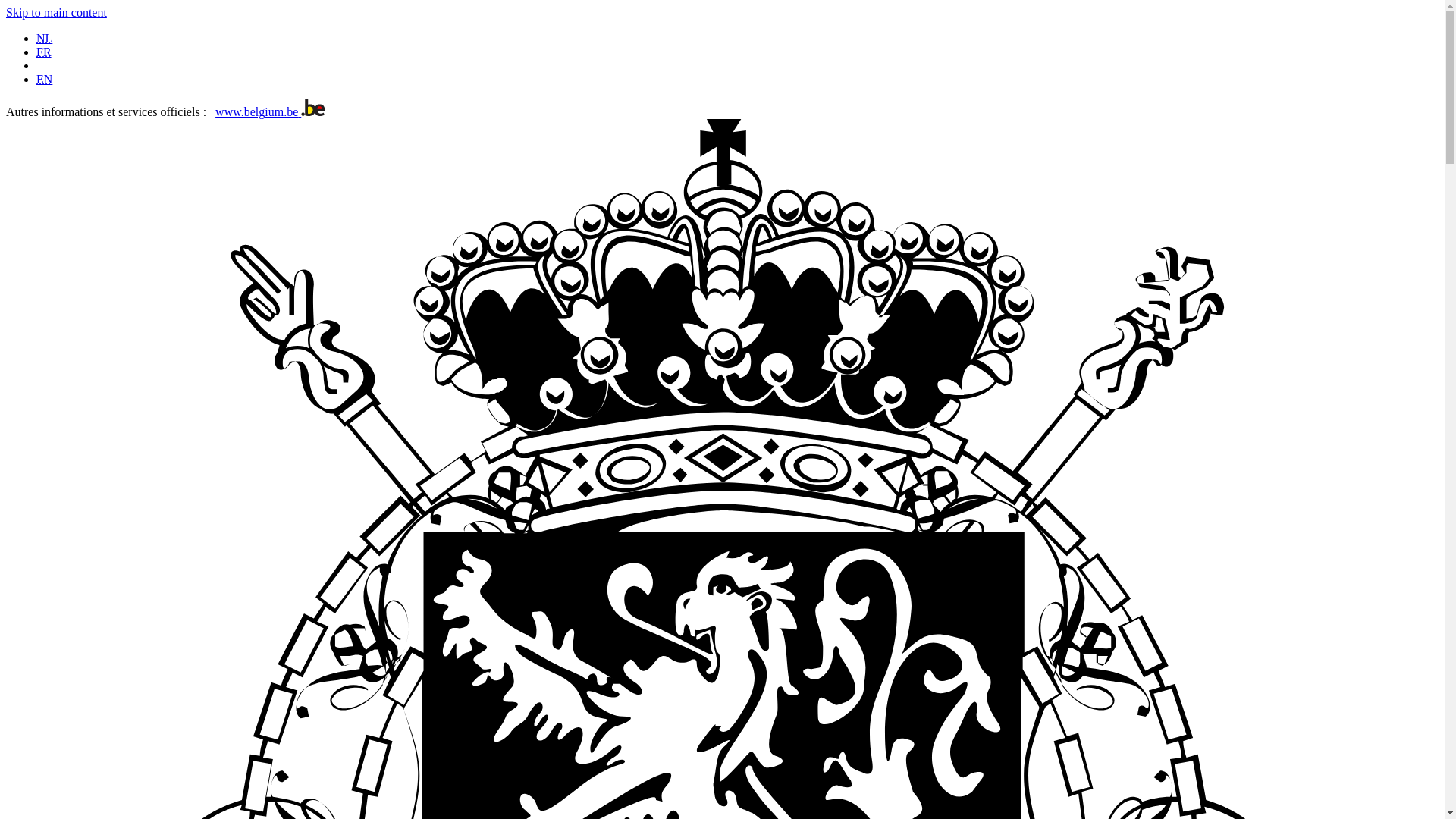  What do you see at coordinates (270, 111) in the screenshot?
I see `'www.belgium.be'` at bounding box center [270, 111].